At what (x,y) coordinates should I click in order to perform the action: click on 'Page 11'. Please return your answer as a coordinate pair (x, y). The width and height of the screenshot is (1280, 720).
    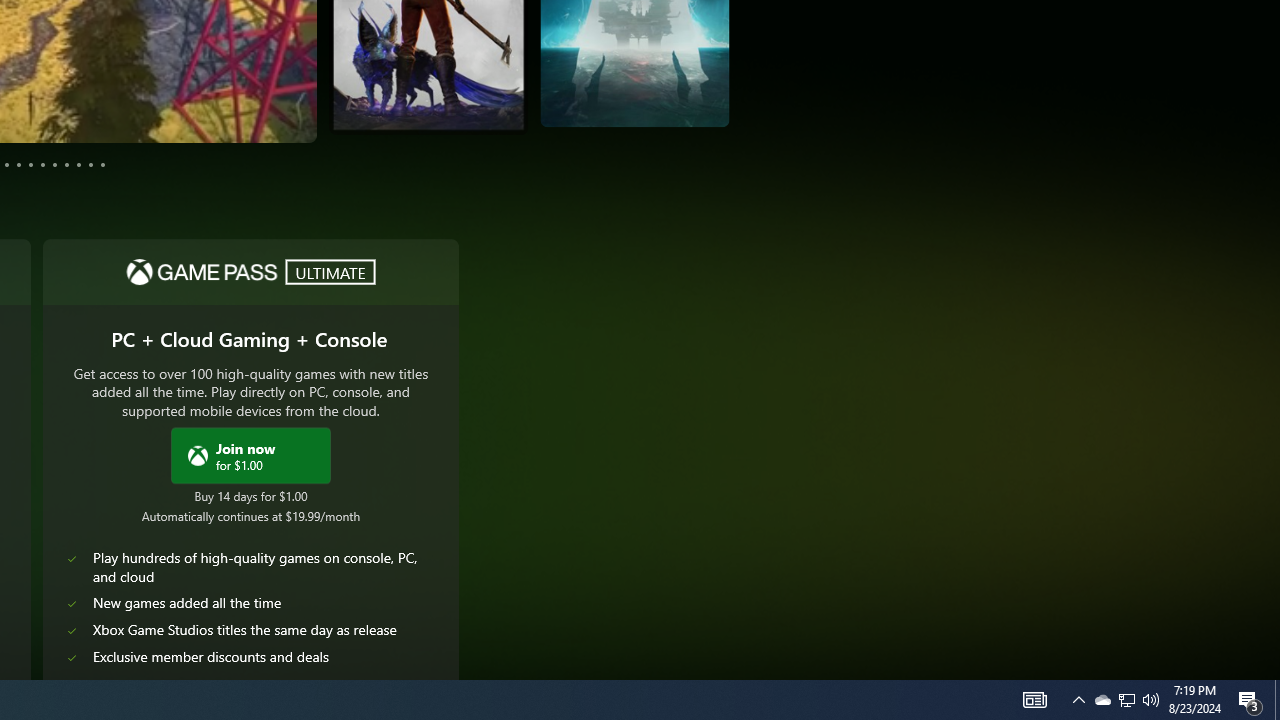
    Looking at the image, I should click on (89, 163).